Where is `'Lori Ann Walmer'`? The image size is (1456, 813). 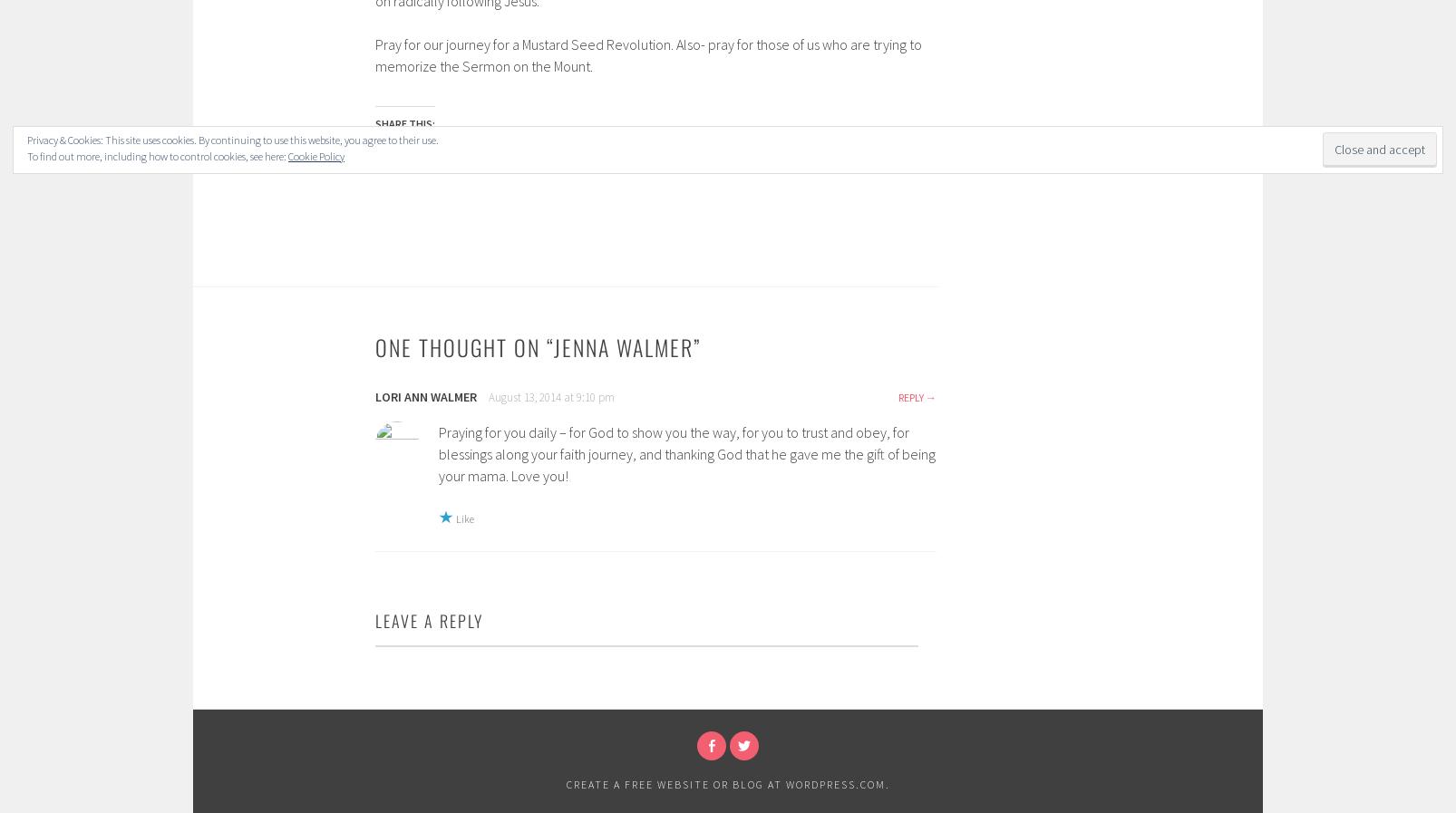 'Lori Ann Walmer' is located at coordinates (375, 396).